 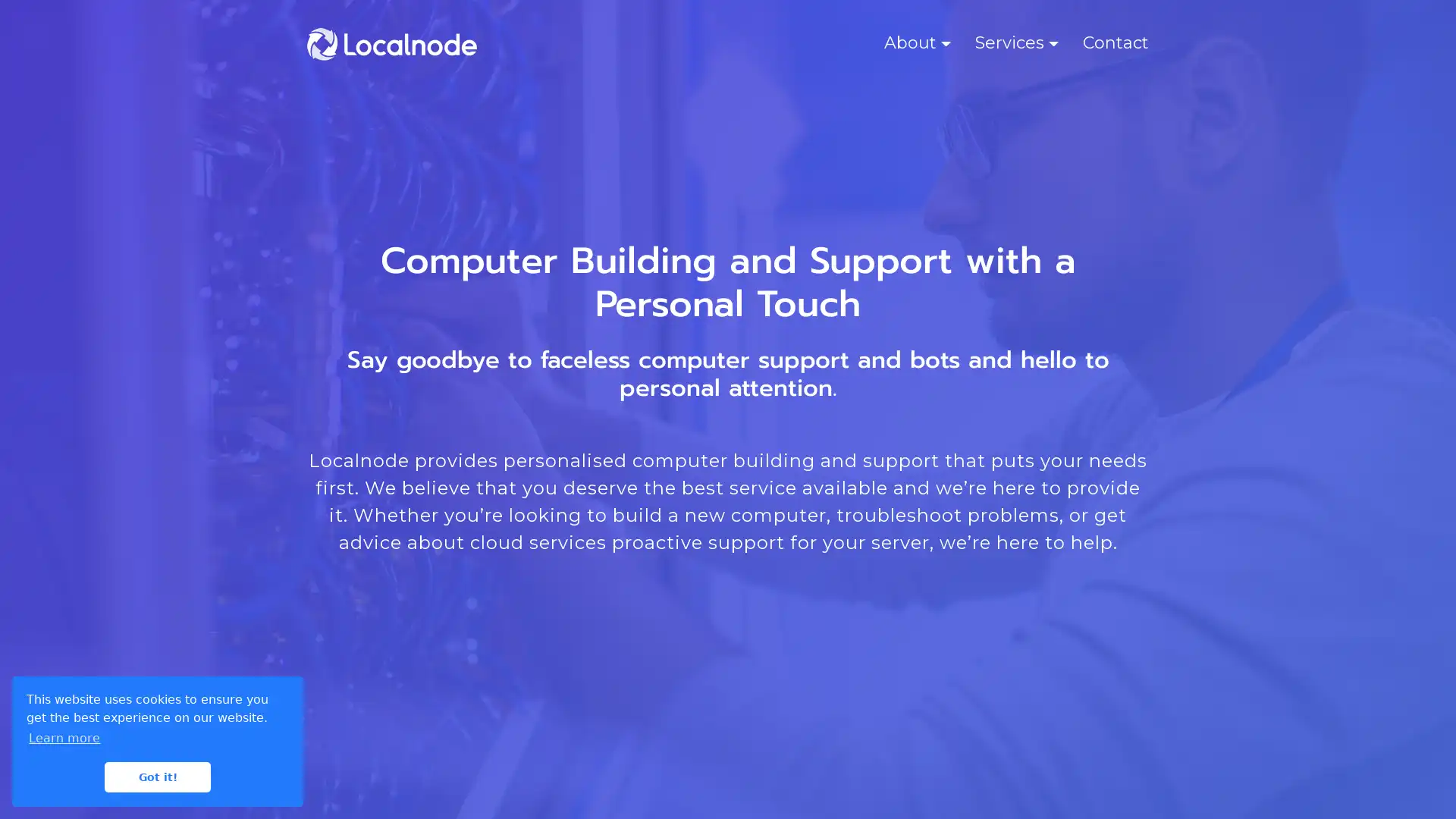 I want to click on dismiss cookie message, so click(x=157, y=777).